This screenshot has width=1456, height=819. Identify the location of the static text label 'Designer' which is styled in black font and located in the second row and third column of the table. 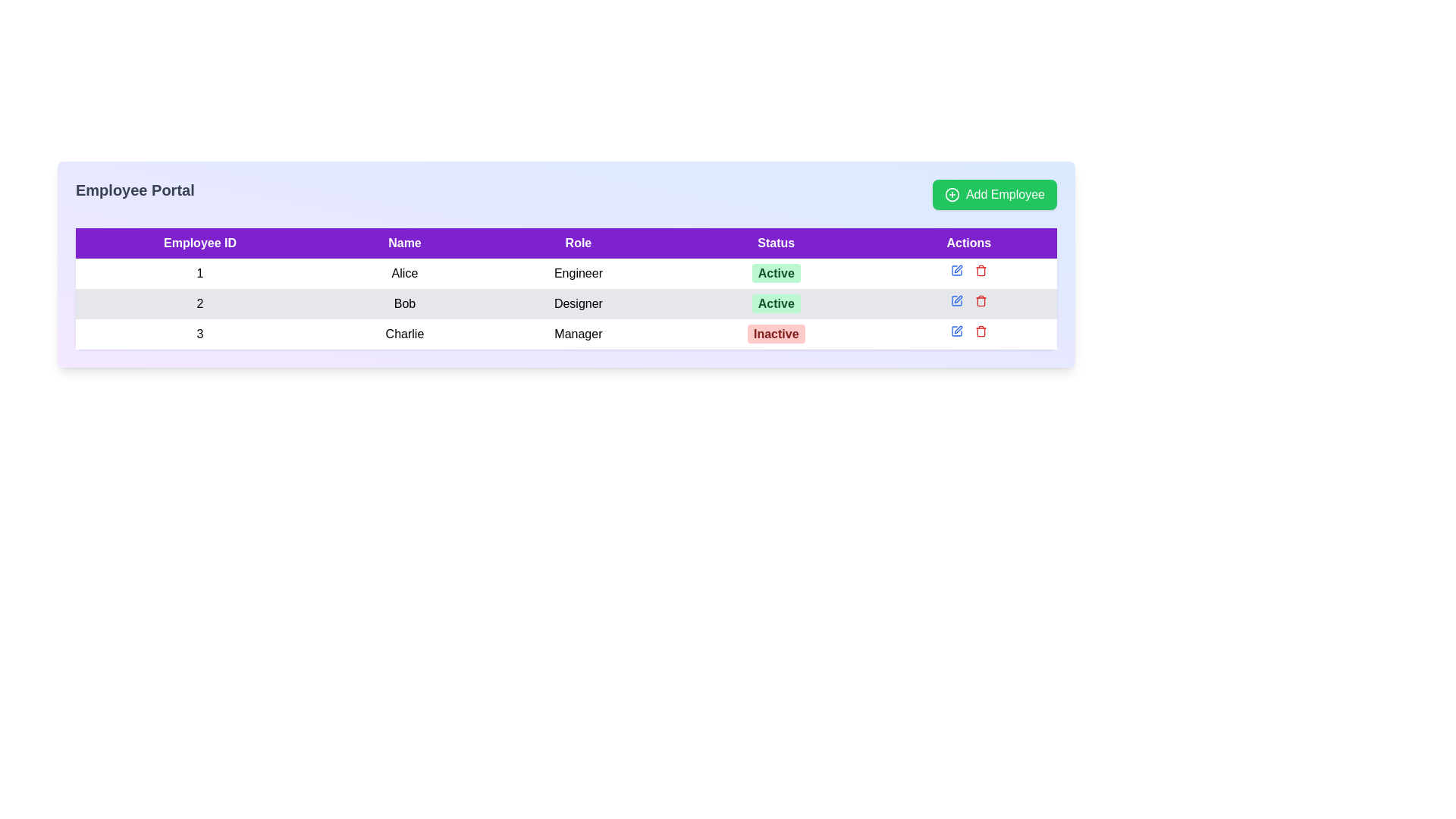
(578, 304).